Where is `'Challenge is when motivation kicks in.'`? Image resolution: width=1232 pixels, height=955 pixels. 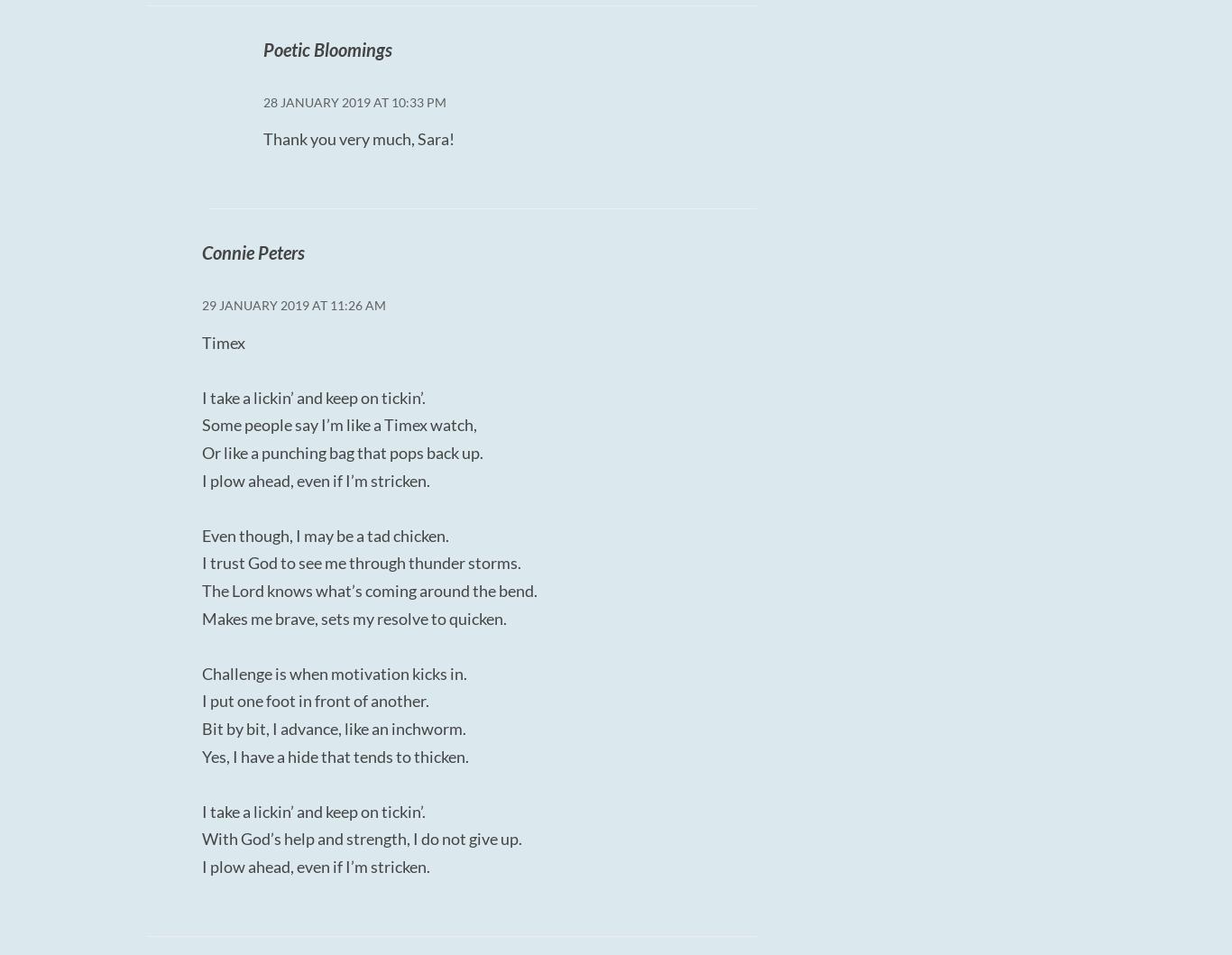
'Challenge is when motivation kicks in.' is located at coordinates (201, 671).